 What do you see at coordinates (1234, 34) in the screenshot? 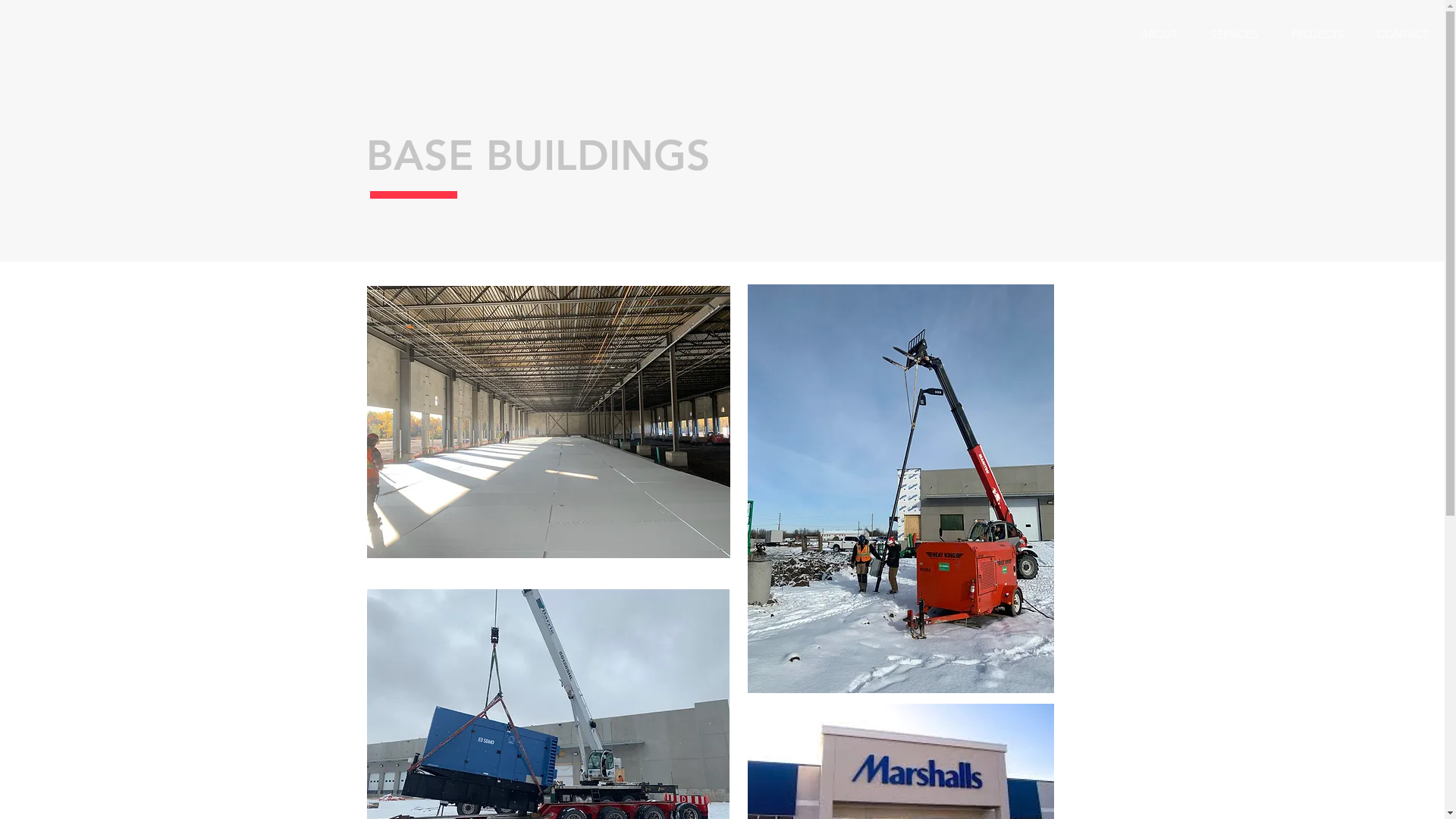
I see `'SERVICES'` at bounding box center [1234, 34].